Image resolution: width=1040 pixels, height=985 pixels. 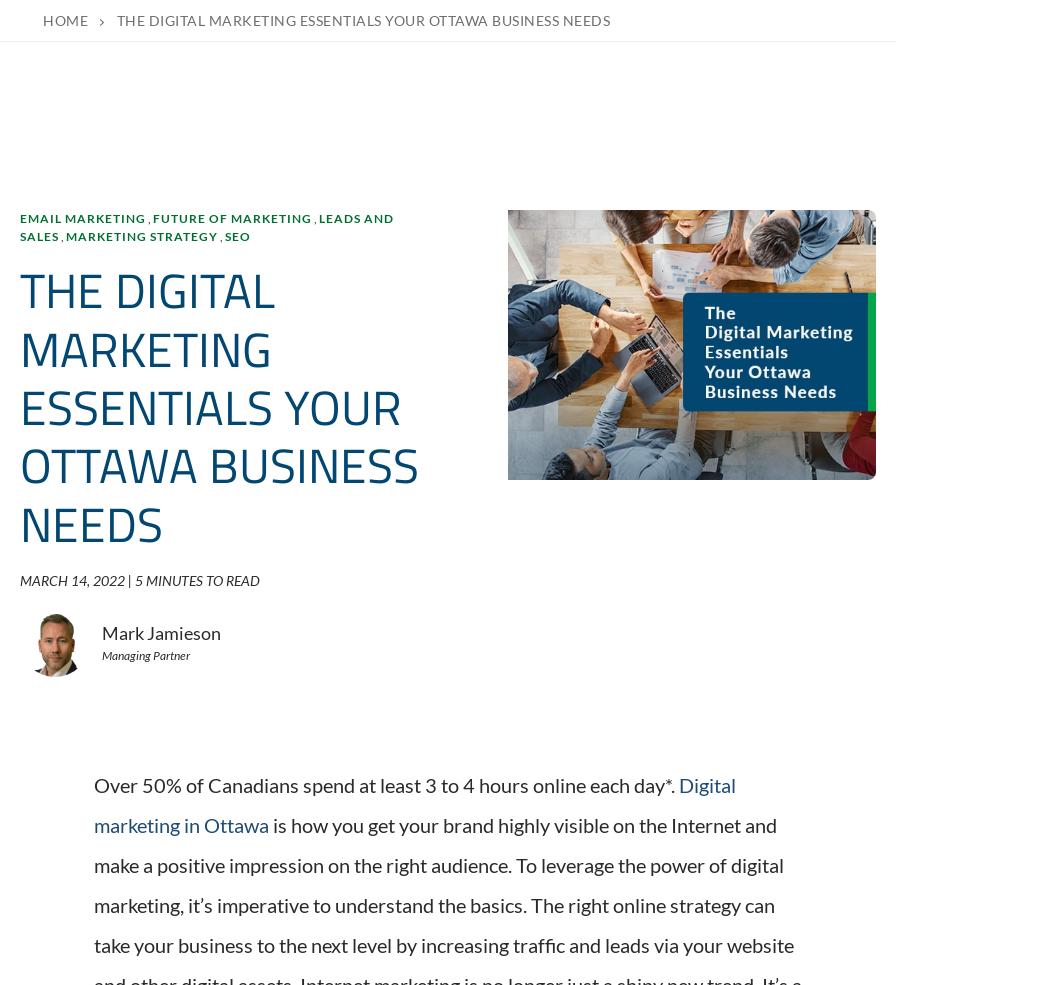 What do you see at coordinates (94, 815) in the screenshot?
I see `'September 20, 2023  |'` at bounding box center [94, 815].